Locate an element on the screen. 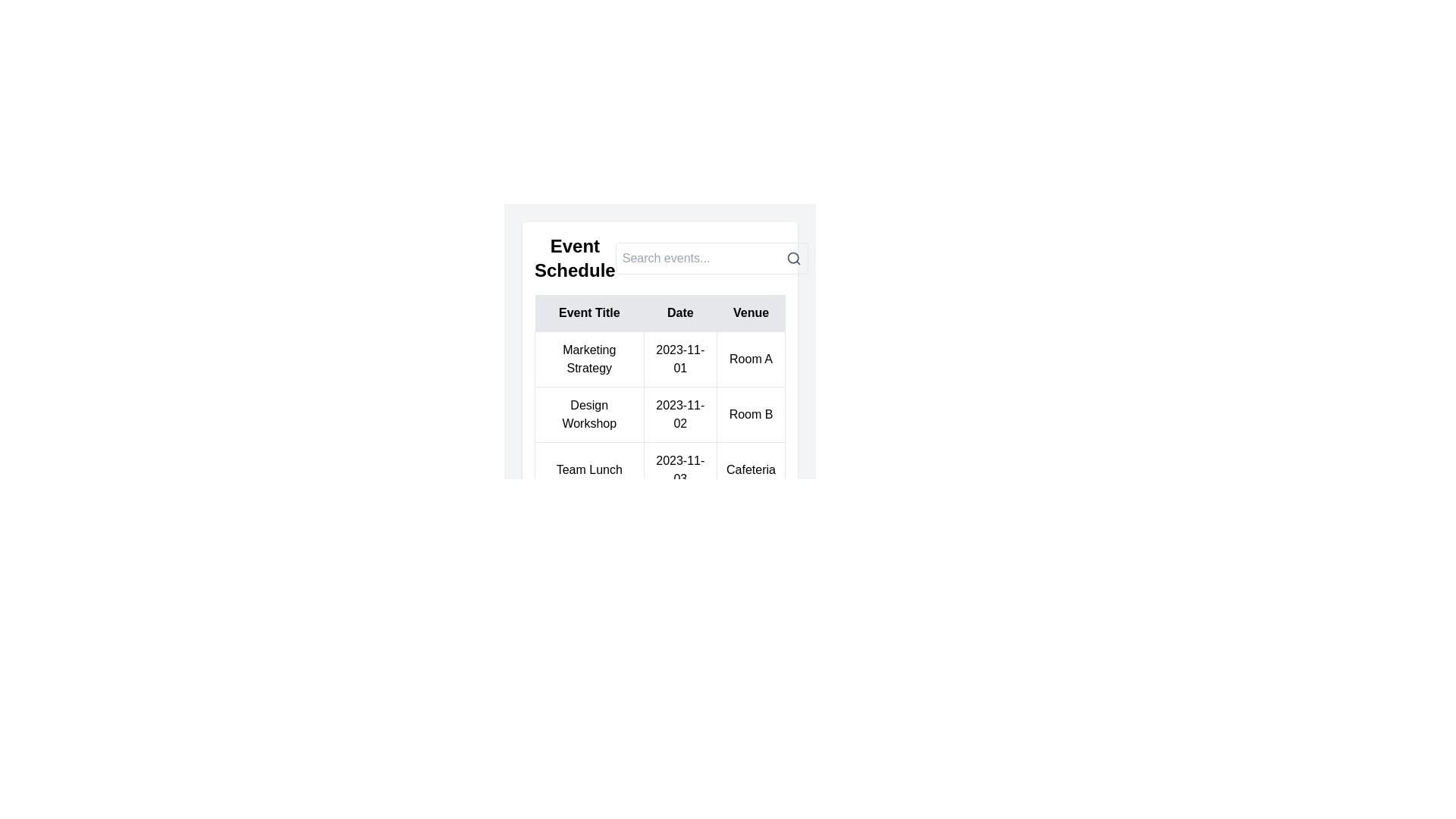 The width and height of the screenshot is (1456, 819). the text content of the second row in the schedule table that displays event details, located under 'Marketing Strategy' and above 'Team Lunch' is located at coordinates (660, 415).